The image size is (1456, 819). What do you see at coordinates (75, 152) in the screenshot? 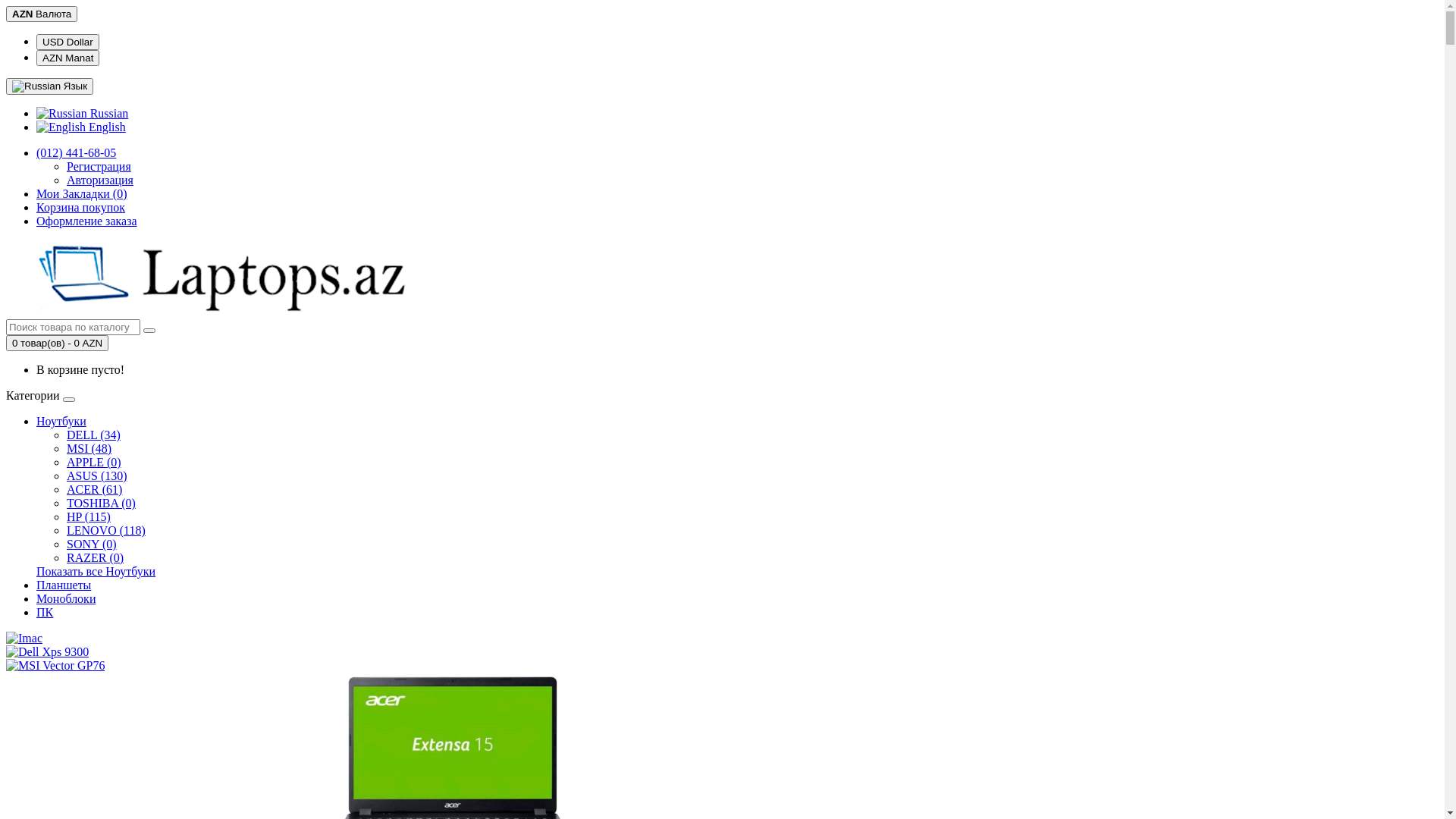
I see `'(012) 441-68-05'` at bounding box center [75, 152].